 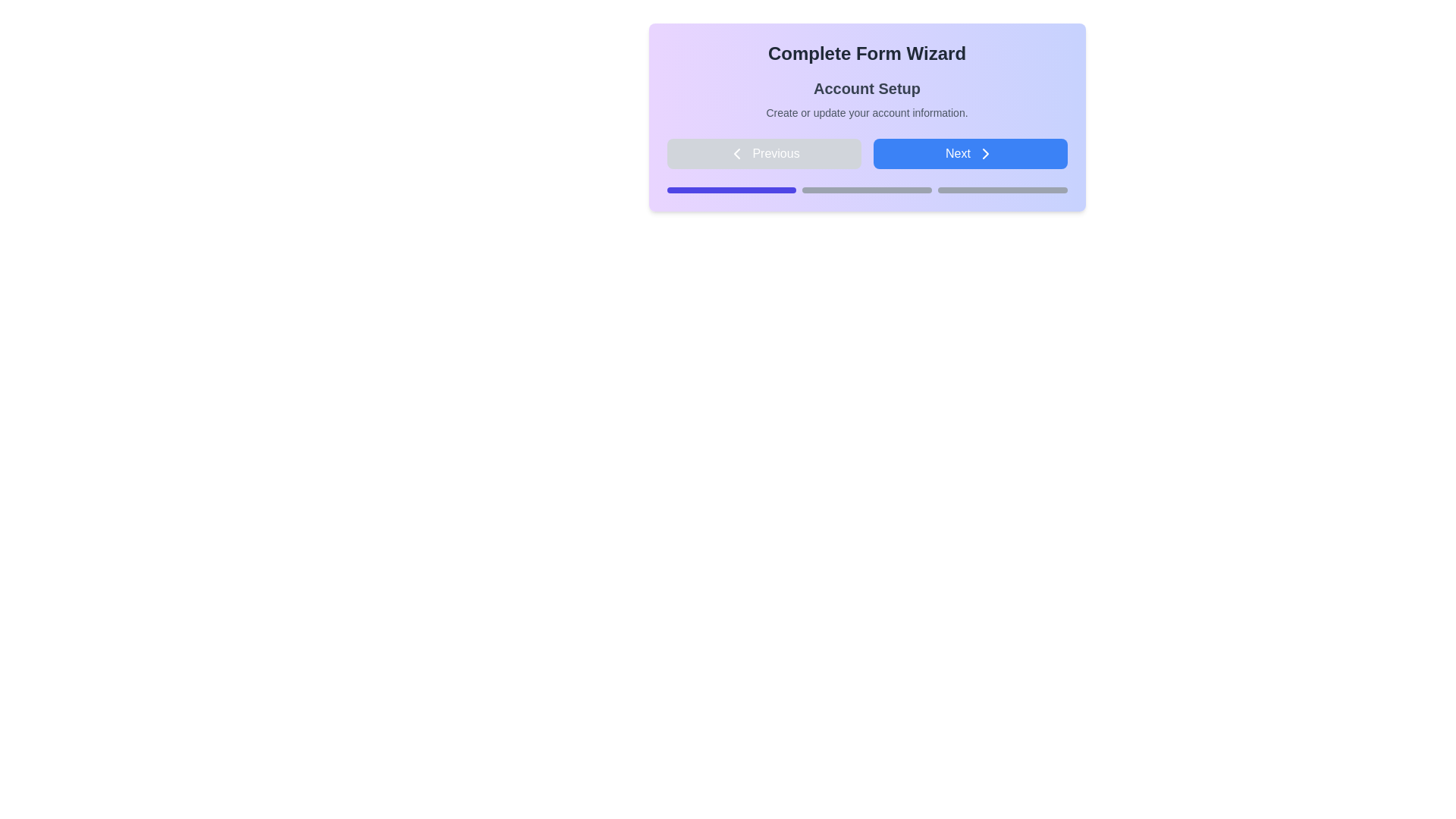 I want to click on the rightward-pointing chevron icon within the 'Next' button at the bottom of the modal dialog box to signify progression or advancement, so click(x=986, y=154).